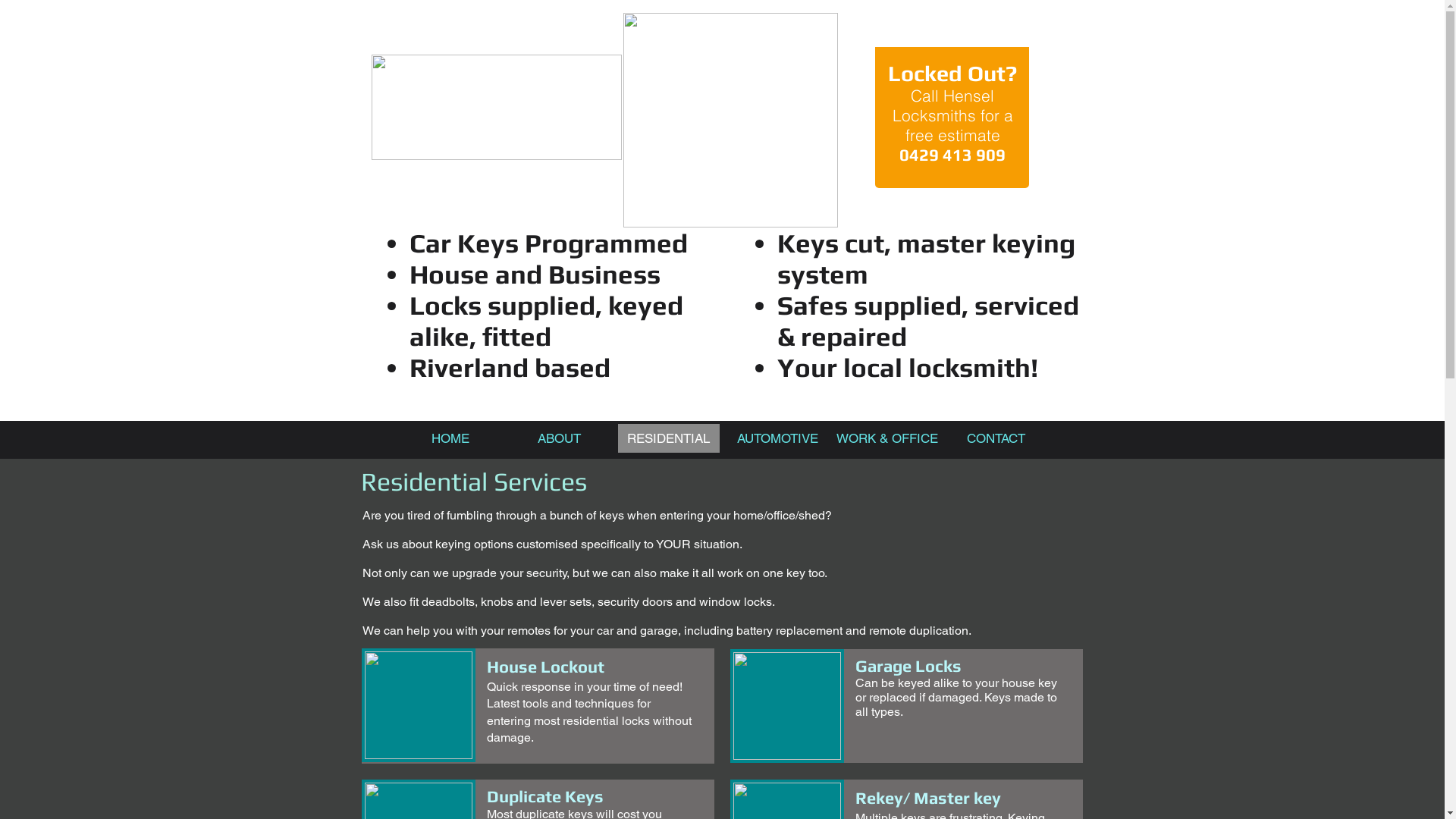 This screenshot has width=1456, height=819. I want to click on 'ABOUT', so click(558, 438).